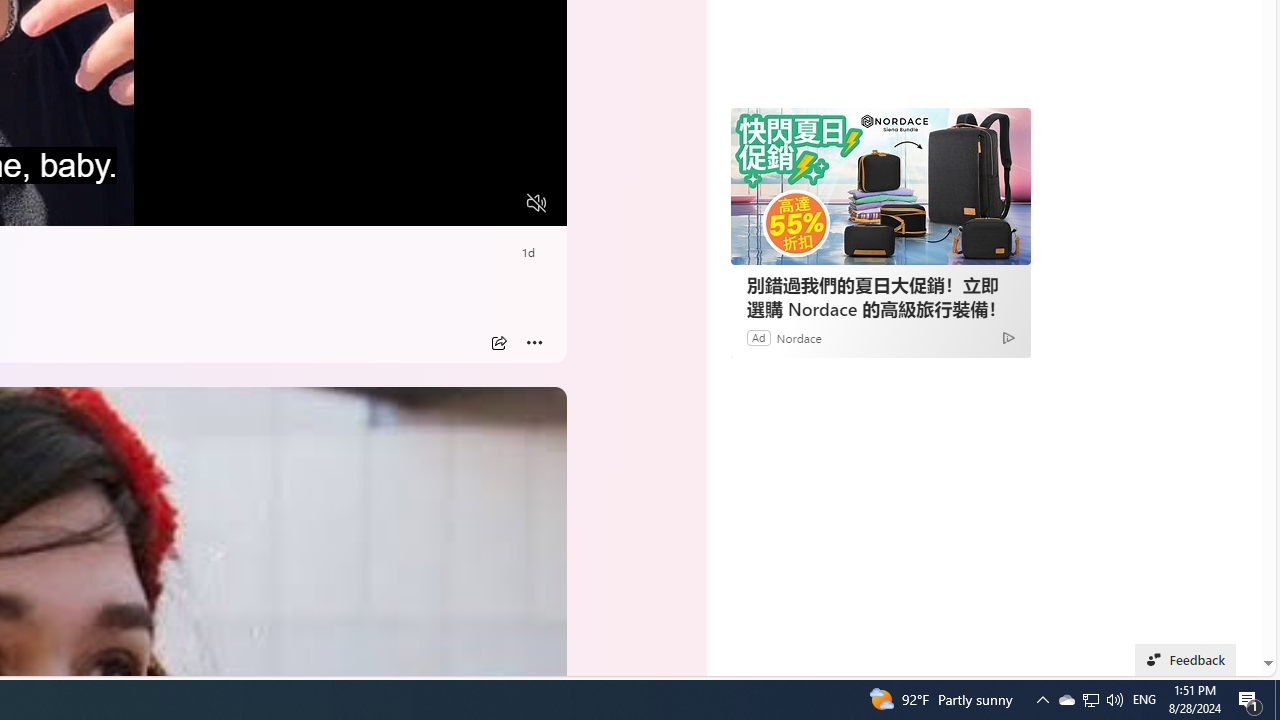 The width and height of the screenshot is (1280, 720). I want to click on 'Quality Settings', so click(417, 203).